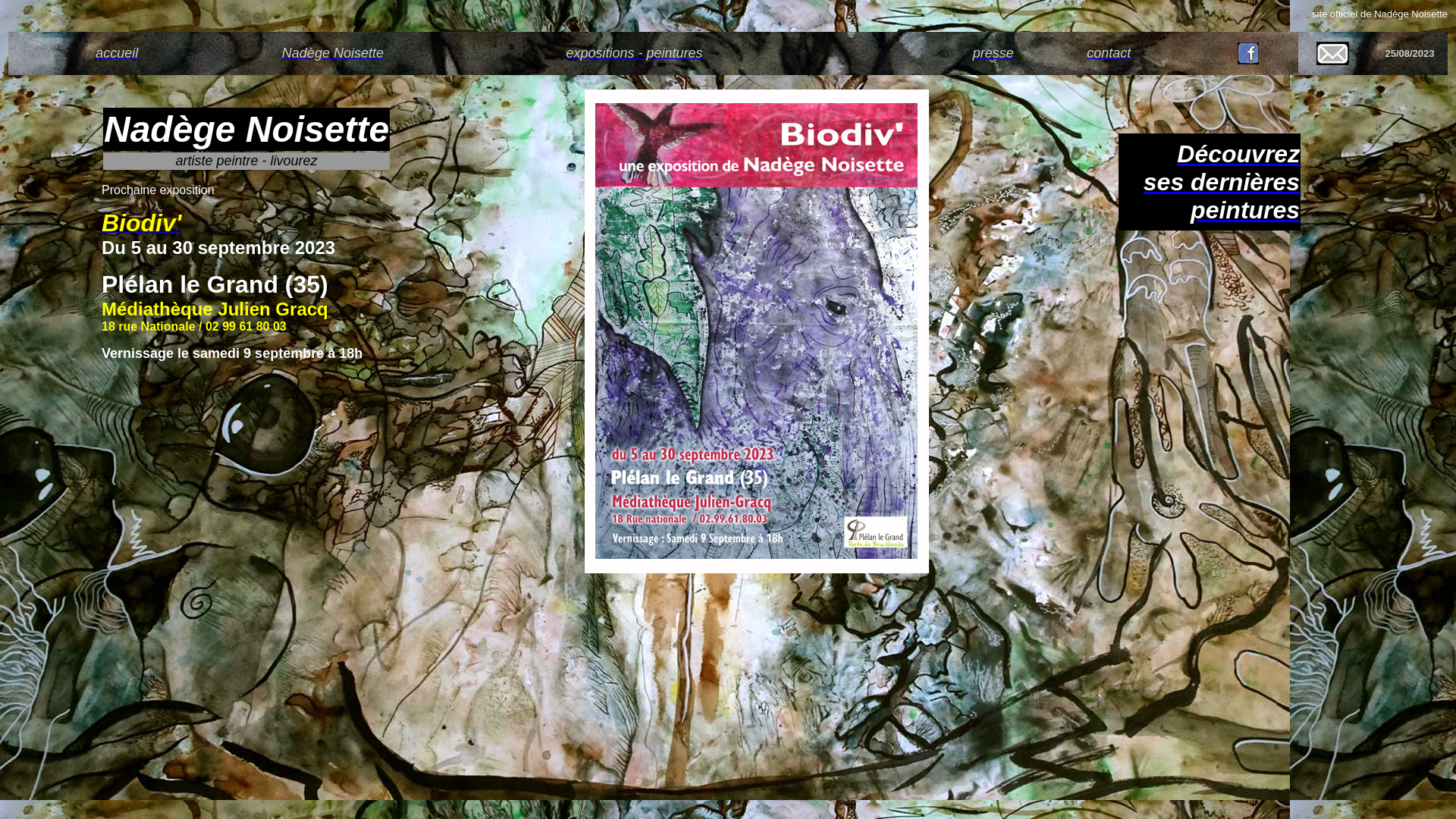  What do you see at coordinates (564, 52) in the screenshot?
I see `'expositions - peintures'` at bounding box center [564, 52].